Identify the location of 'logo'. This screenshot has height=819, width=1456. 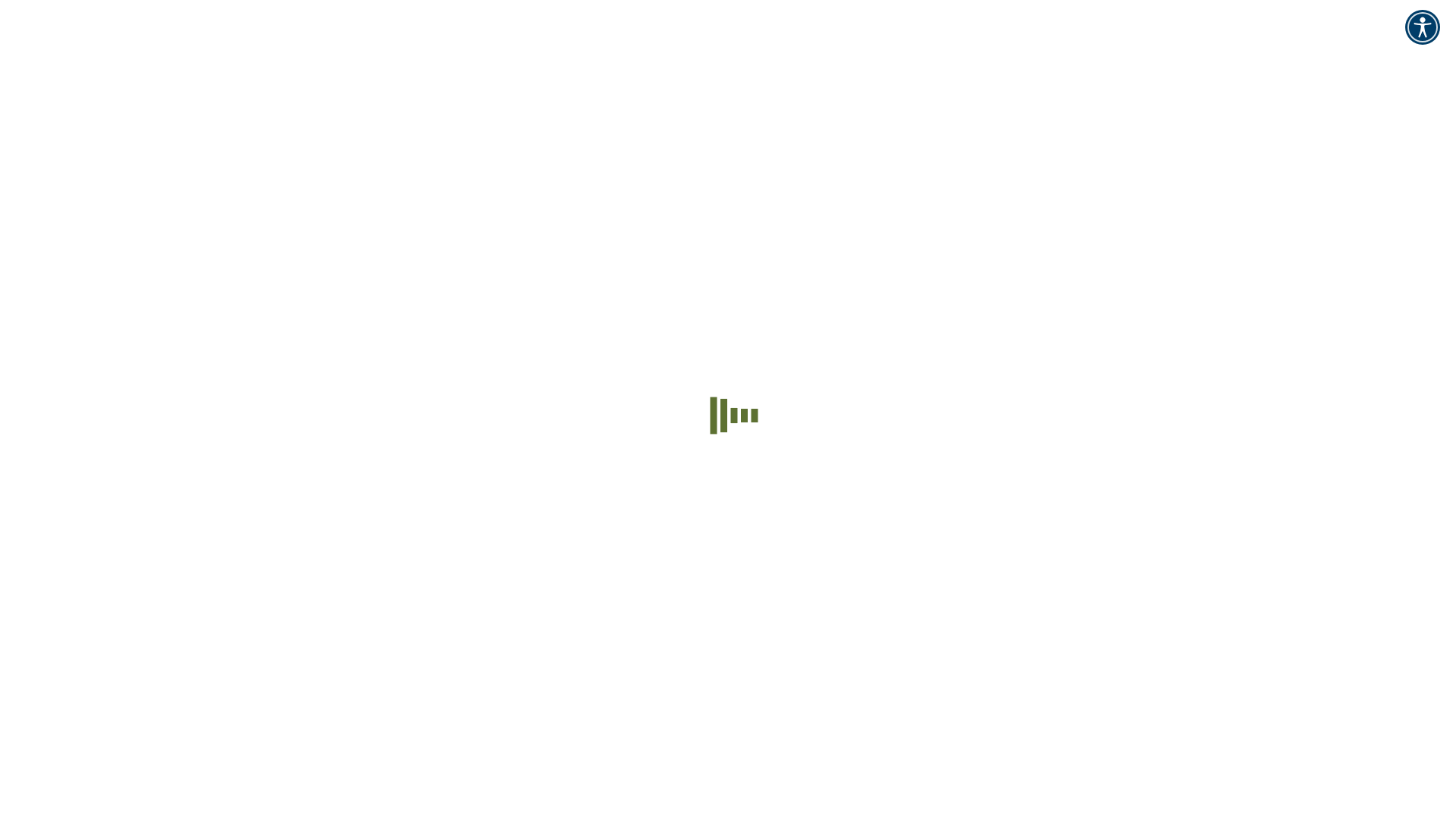
(82, 143).